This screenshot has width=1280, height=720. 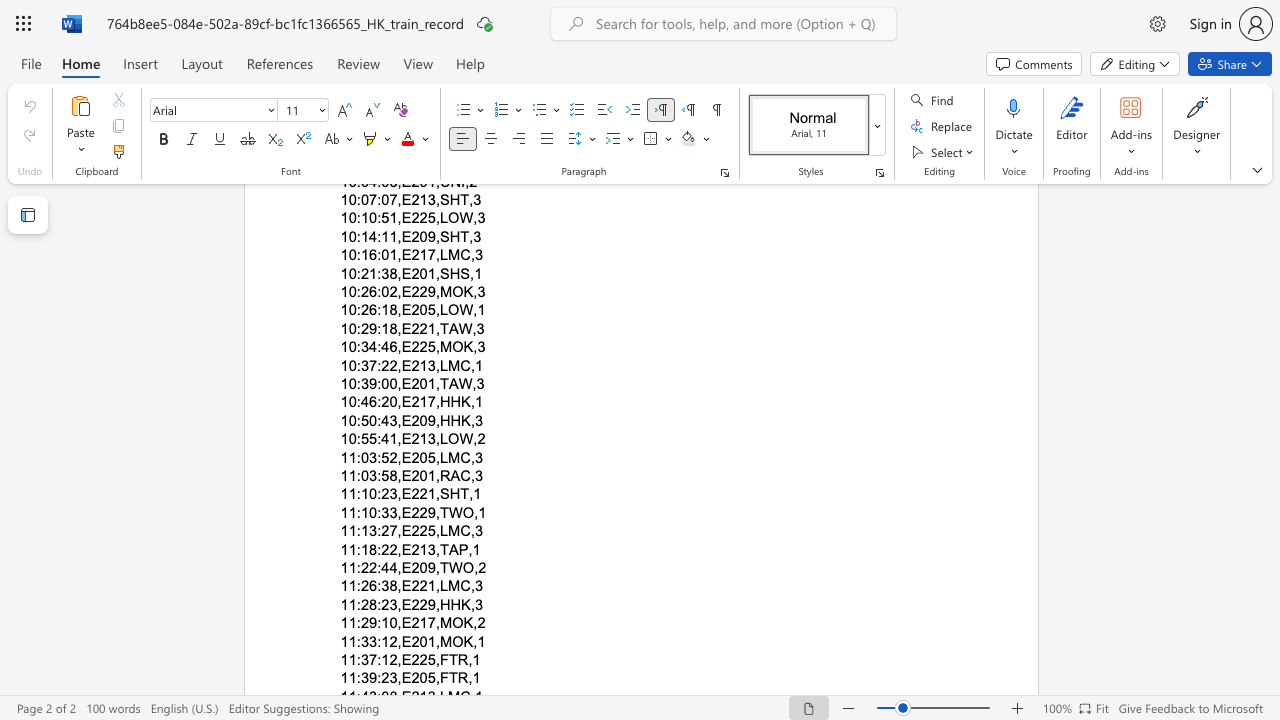 I want to click on the subset text "3:27,E225,LMC," within the text "11:13:27,E225,LMC,3", so click(x=369, y=530).